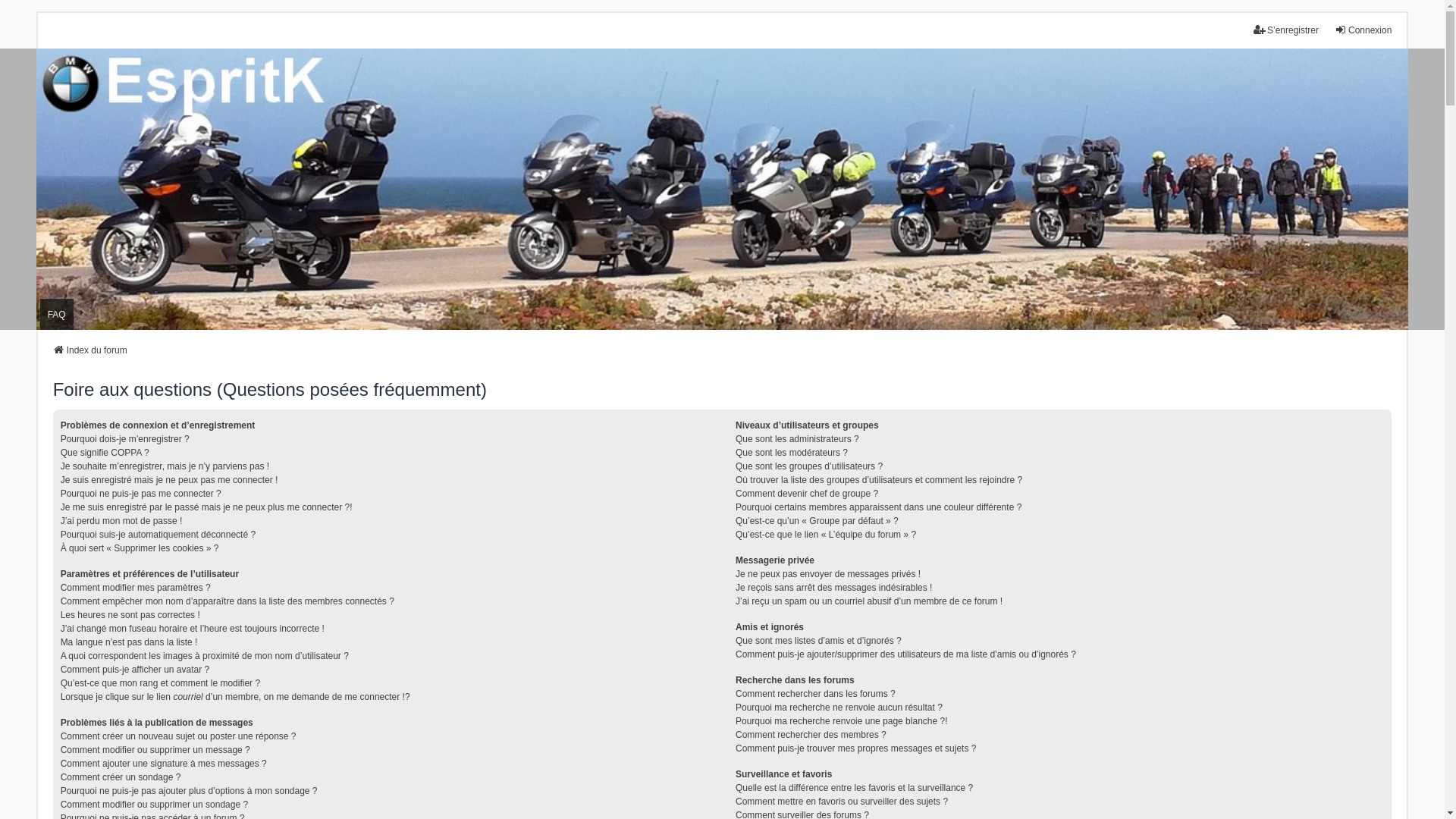 This screenshot has width=1456, height=819. Describe the element at coordinates (840, 720) in the screenshot. I see `'Pourquoi ma recherche renvoie une page blanche ?!'` at that location.